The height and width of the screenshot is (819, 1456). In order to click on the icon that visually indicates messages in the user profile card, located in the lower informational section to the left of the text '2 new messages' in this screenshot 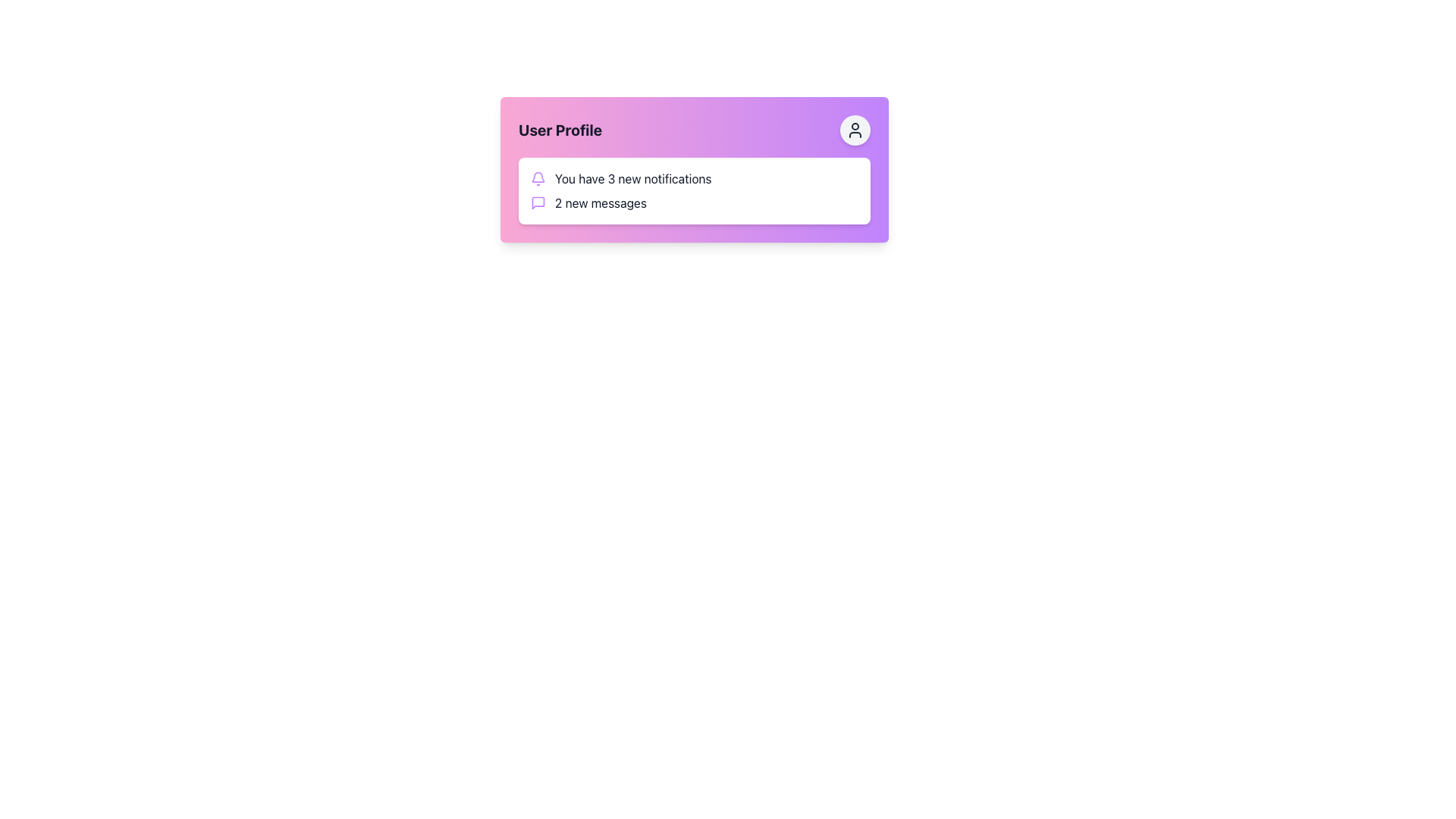, I will do `click(538, 202)`.